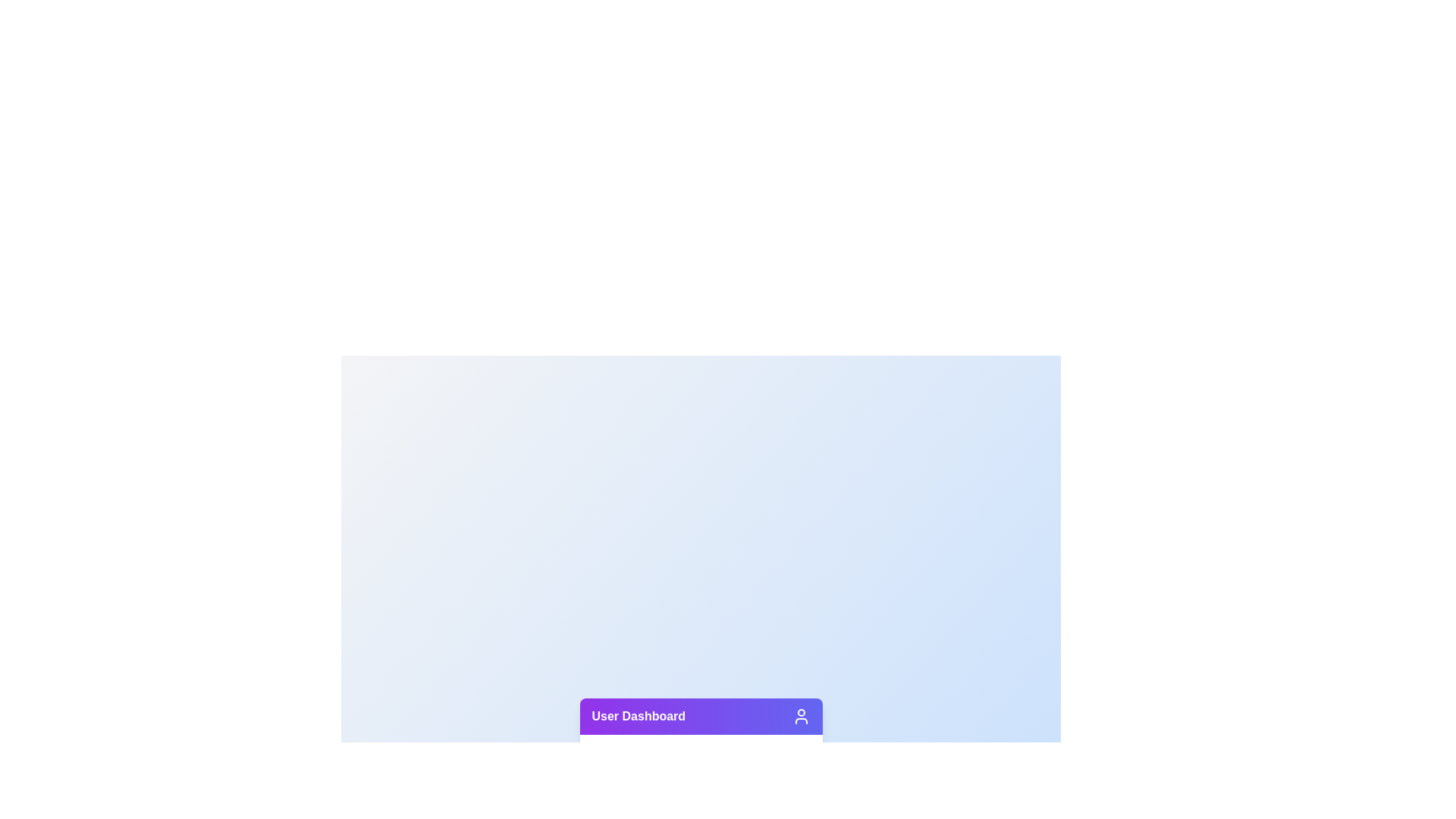 The height and width of the screenshot is (819, 1456). What do you see at coordinates (639, 717) in the screenshot?
I see `the bold text label 'User Dashboard' styled in white text on a gradient background, located at the bottom left of the interface, near the user icon` at bounding box center [639, 717].